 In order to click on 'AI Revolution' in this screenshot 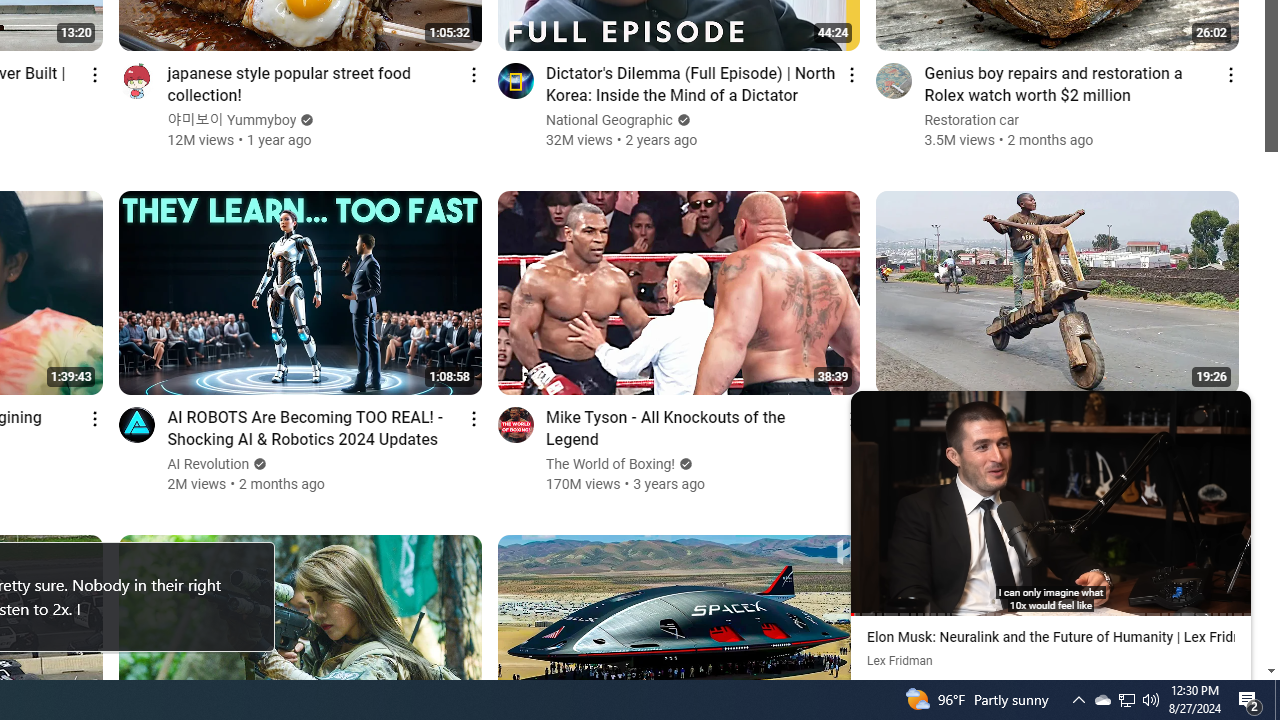, I will do `click(208, 464)`.